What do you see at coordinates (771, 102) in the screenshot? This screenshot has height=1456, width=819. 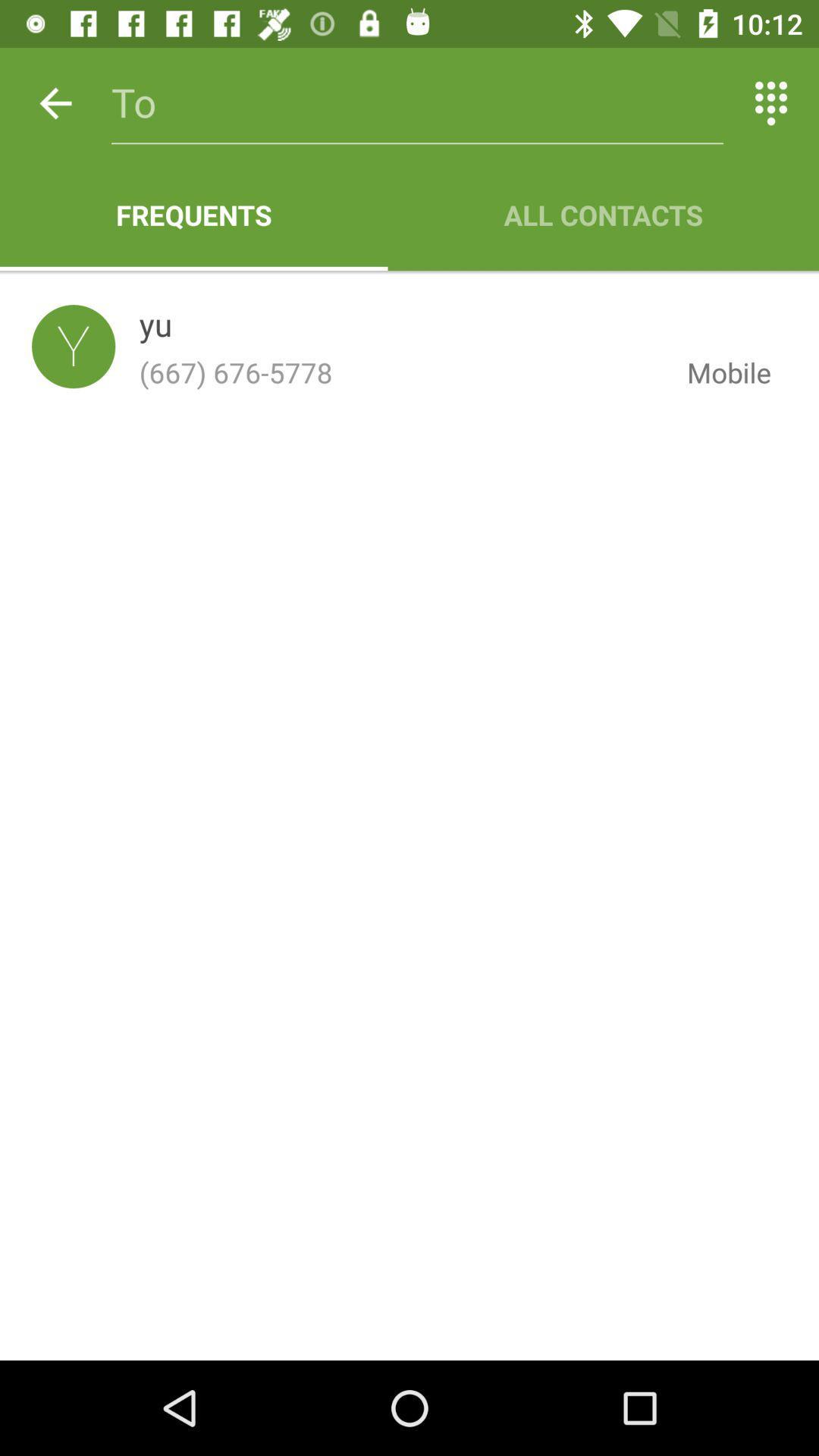 I see `the icon above all contacts icon` at bounding box center [771, 102].